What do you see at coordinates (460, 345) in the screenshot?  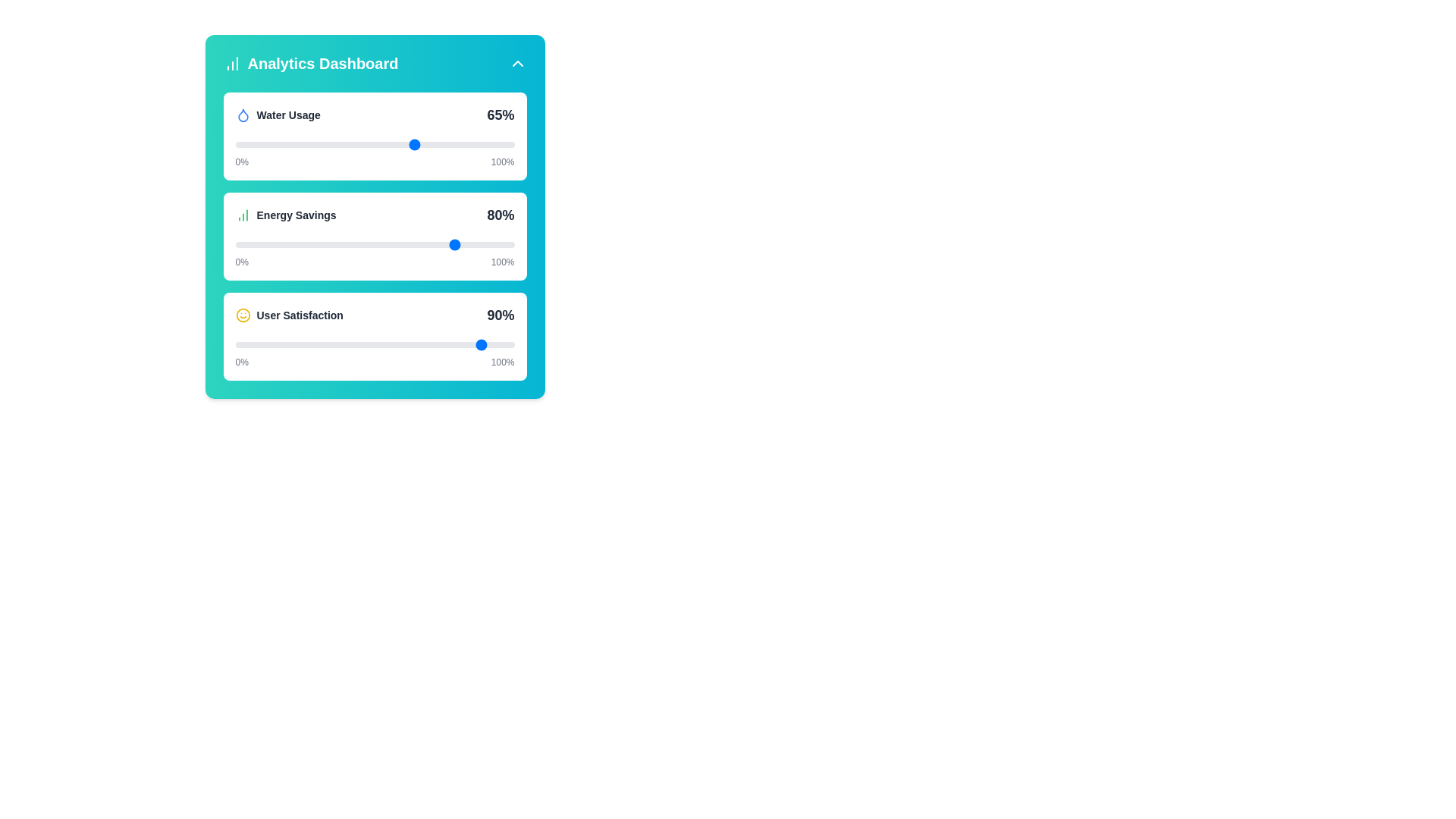 I see `user satisfaction` at bounding box center [460, 345].